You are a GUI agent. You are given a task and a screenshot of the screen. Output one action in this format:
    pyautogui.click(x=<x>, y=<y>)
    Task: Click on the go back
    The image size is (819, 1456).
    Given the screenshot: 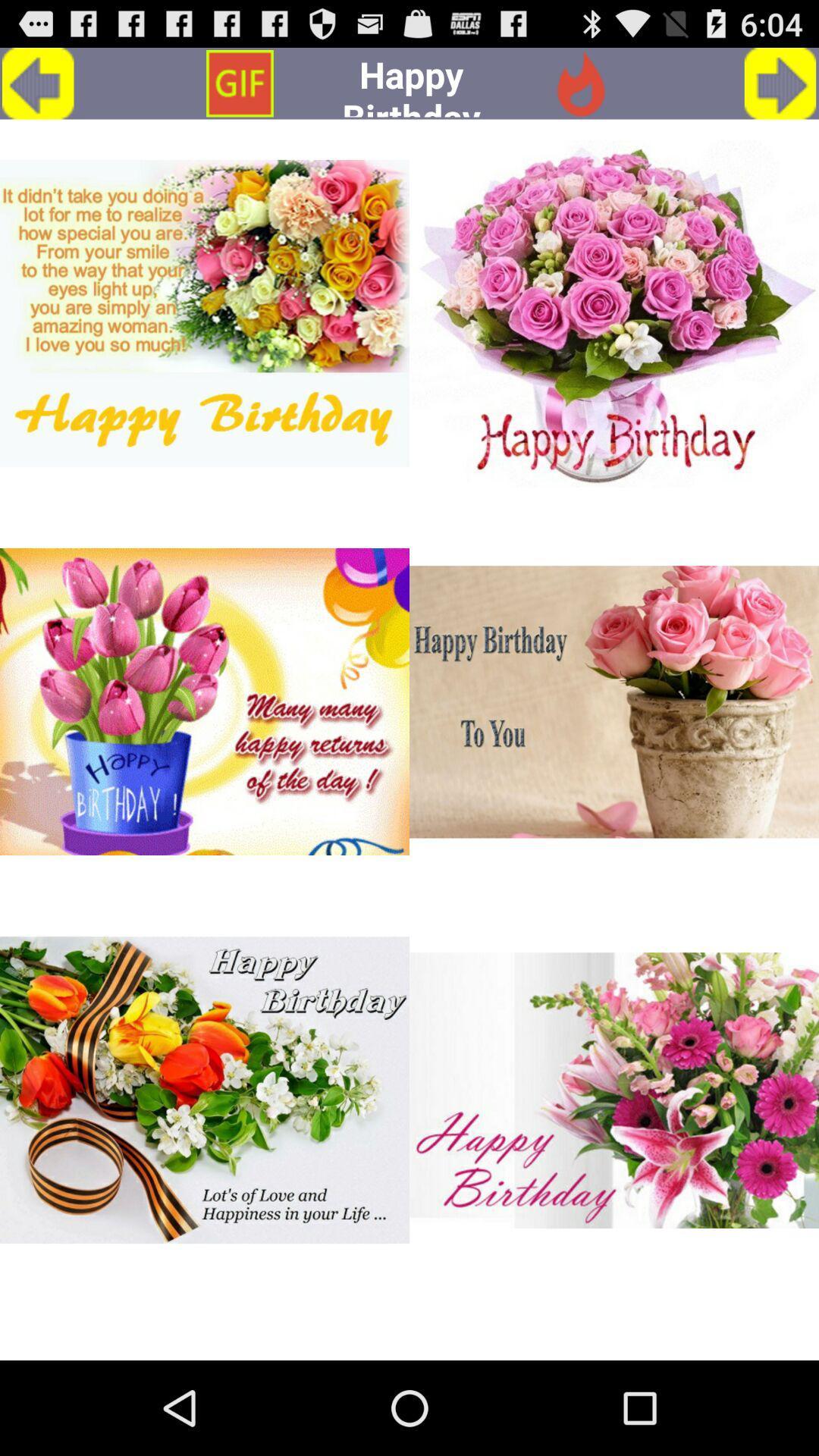 What is the action you would take?
    pyautogui.click(x=37, y=83)
    